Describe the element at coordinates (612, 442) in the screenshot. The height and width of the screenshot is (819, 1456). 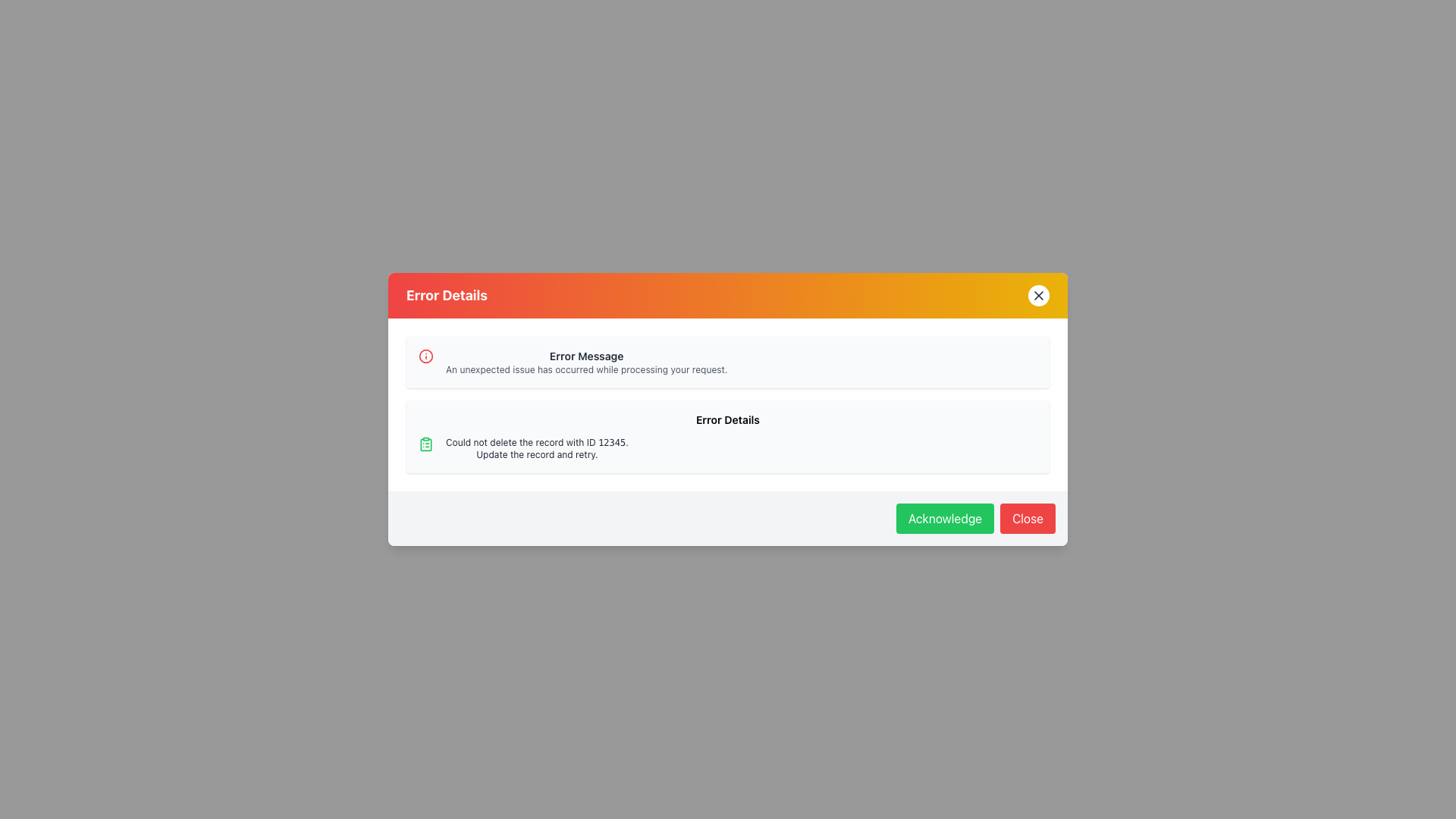
I see `the numeric identifier '12345' displayed in the error message 'Could not delete the record with ID 12345. Update the record and retry.' located in the second section of the error details modal` at that location.